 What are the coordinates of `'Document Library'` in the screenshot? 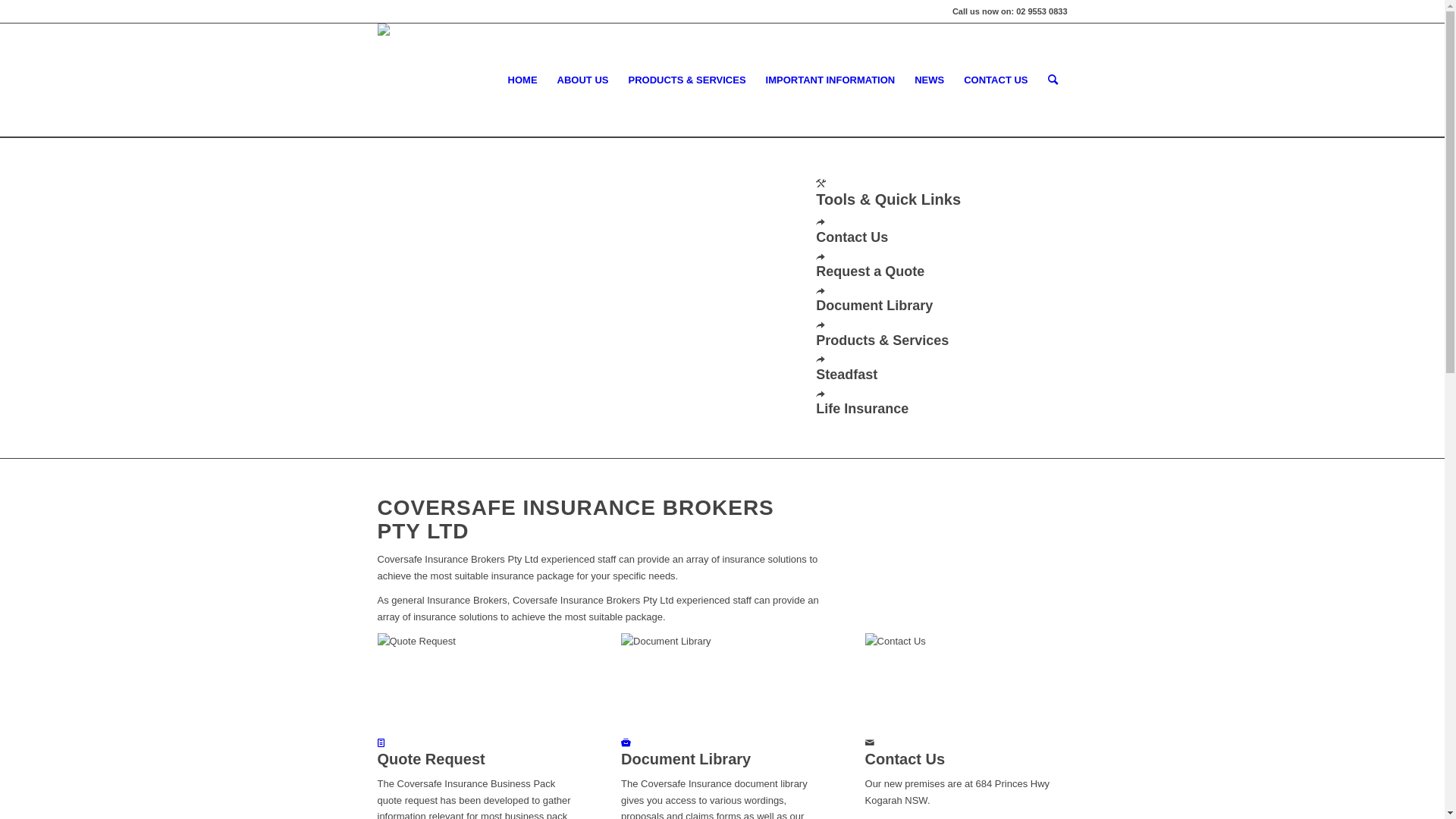 It's located at (621, 759).